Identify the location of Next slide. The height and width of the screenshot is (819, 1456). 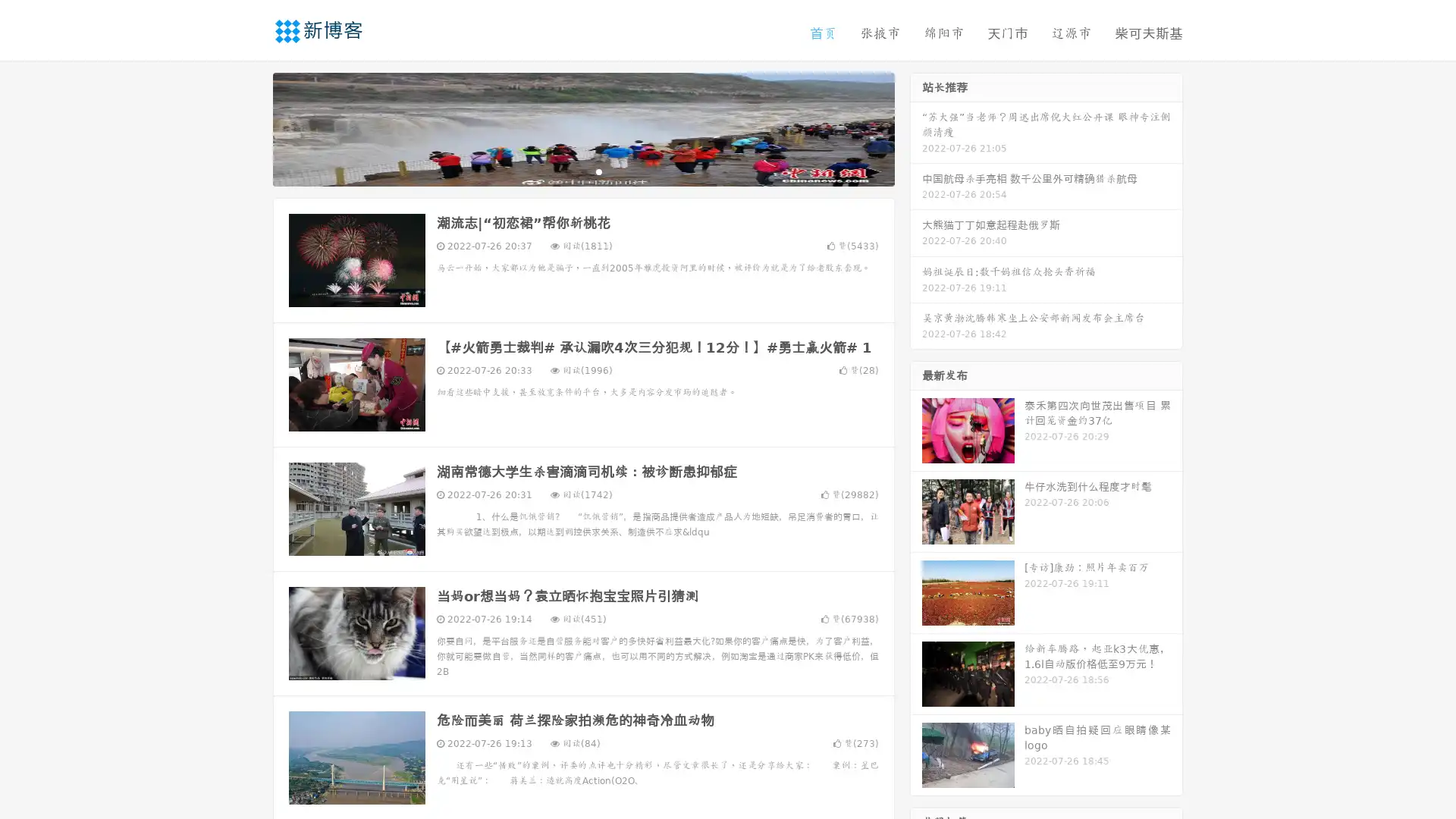
(916, 127).